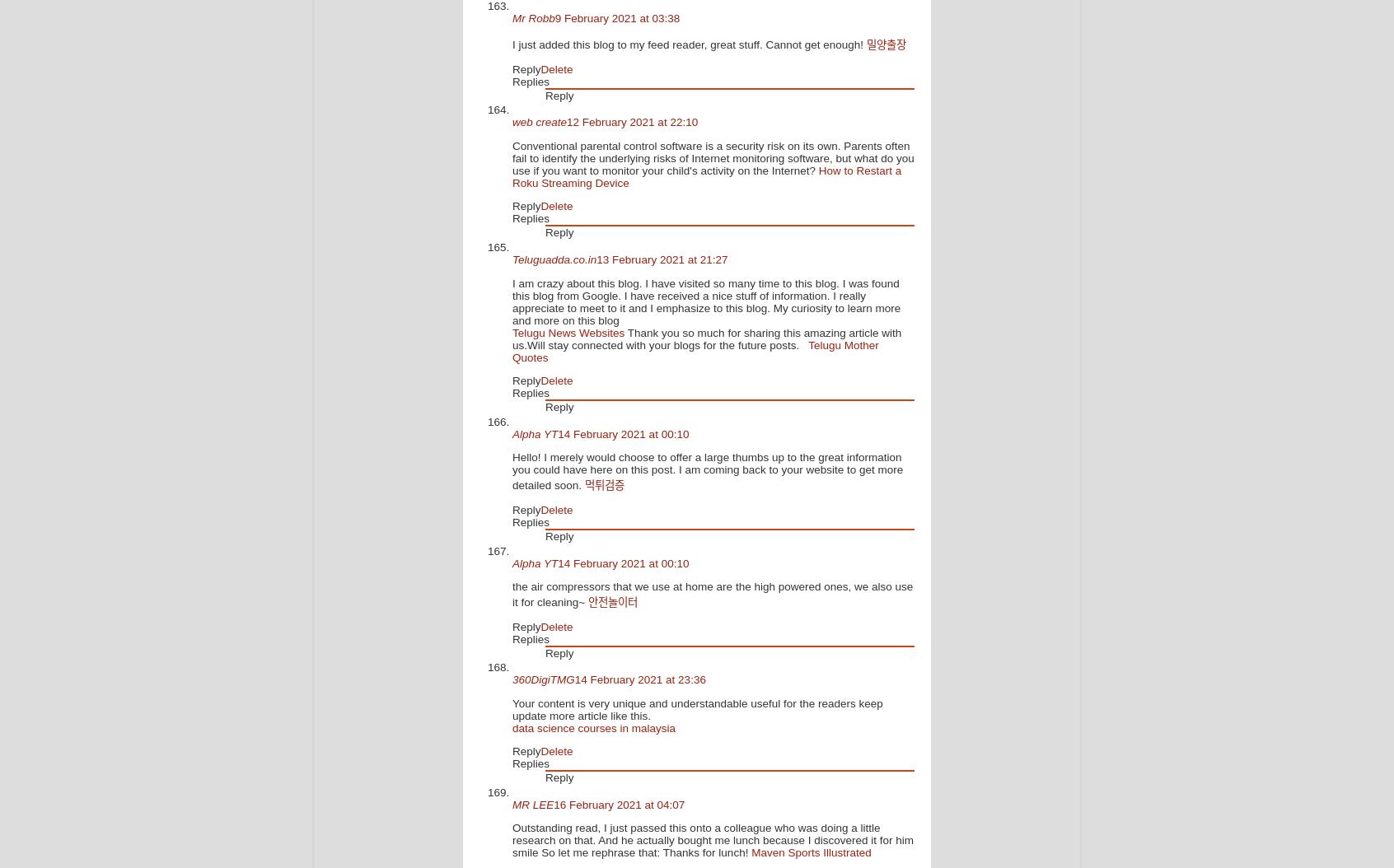 Image resolution: width=1394 pixels, height=868 pixels. I want to click on '12 February 2021 at 22:10', so click(631, 122).